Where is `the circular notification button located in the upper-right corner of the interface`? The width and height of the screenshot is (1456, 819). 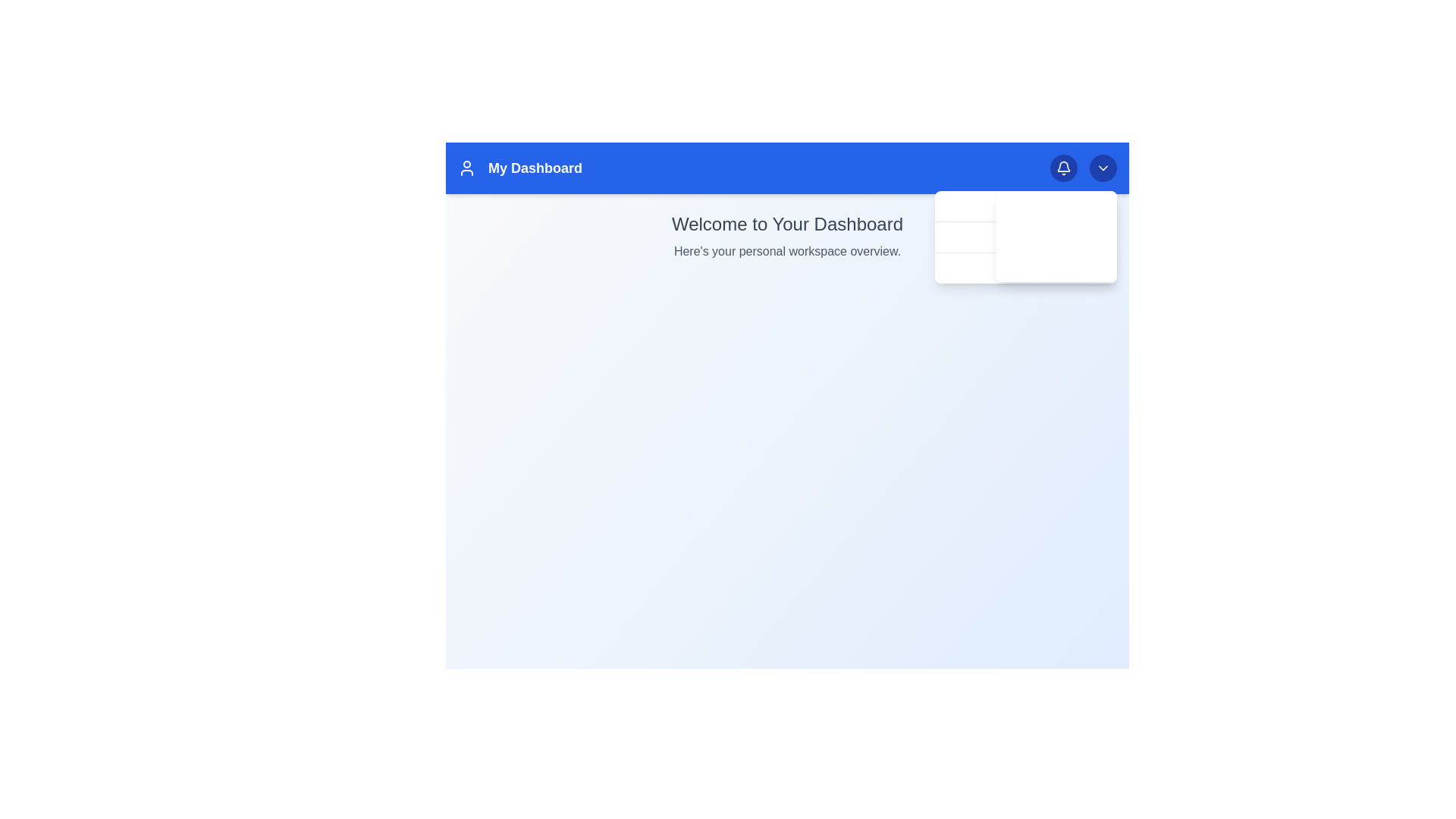 the circular notification button located in the upper-right corner of the interface is located at coordinates (1062, 168).